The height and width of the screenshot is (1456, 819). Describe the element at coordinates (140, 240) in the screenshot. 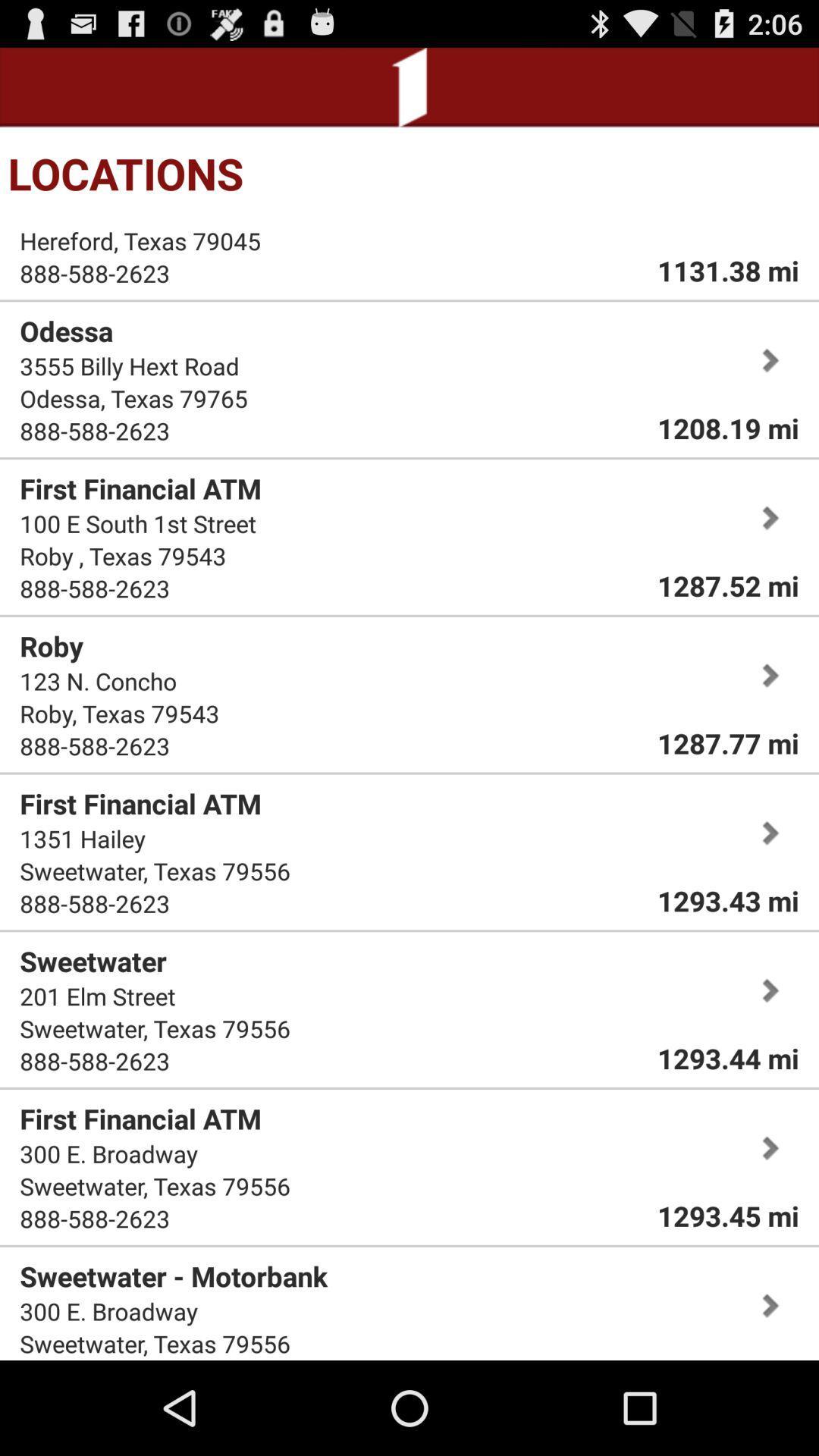

I see `app below the 205 e 1st app` at that location.